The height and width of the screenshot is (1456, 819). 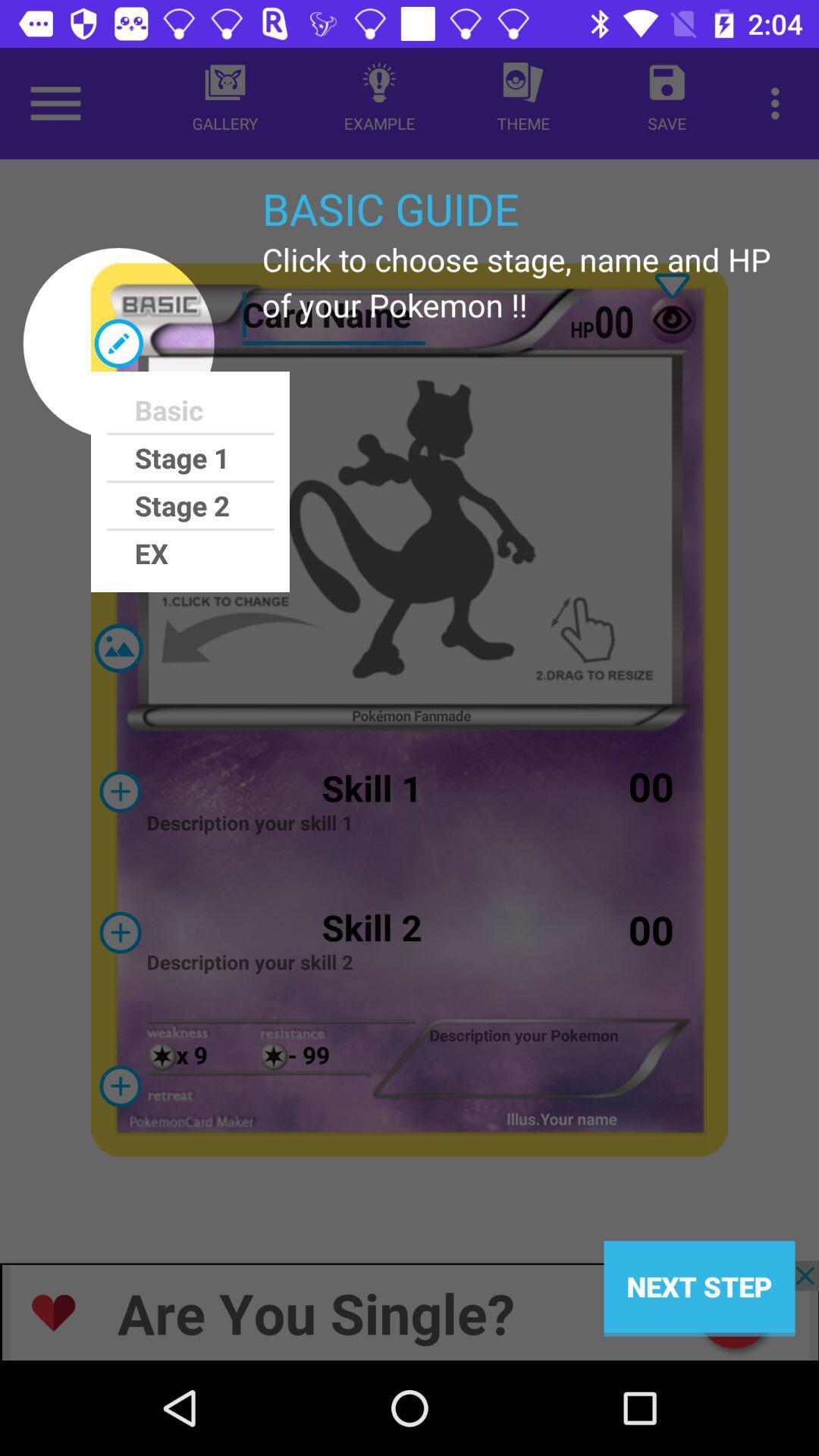 I want to click on the expand_more icon, so click(x=671, y=286).